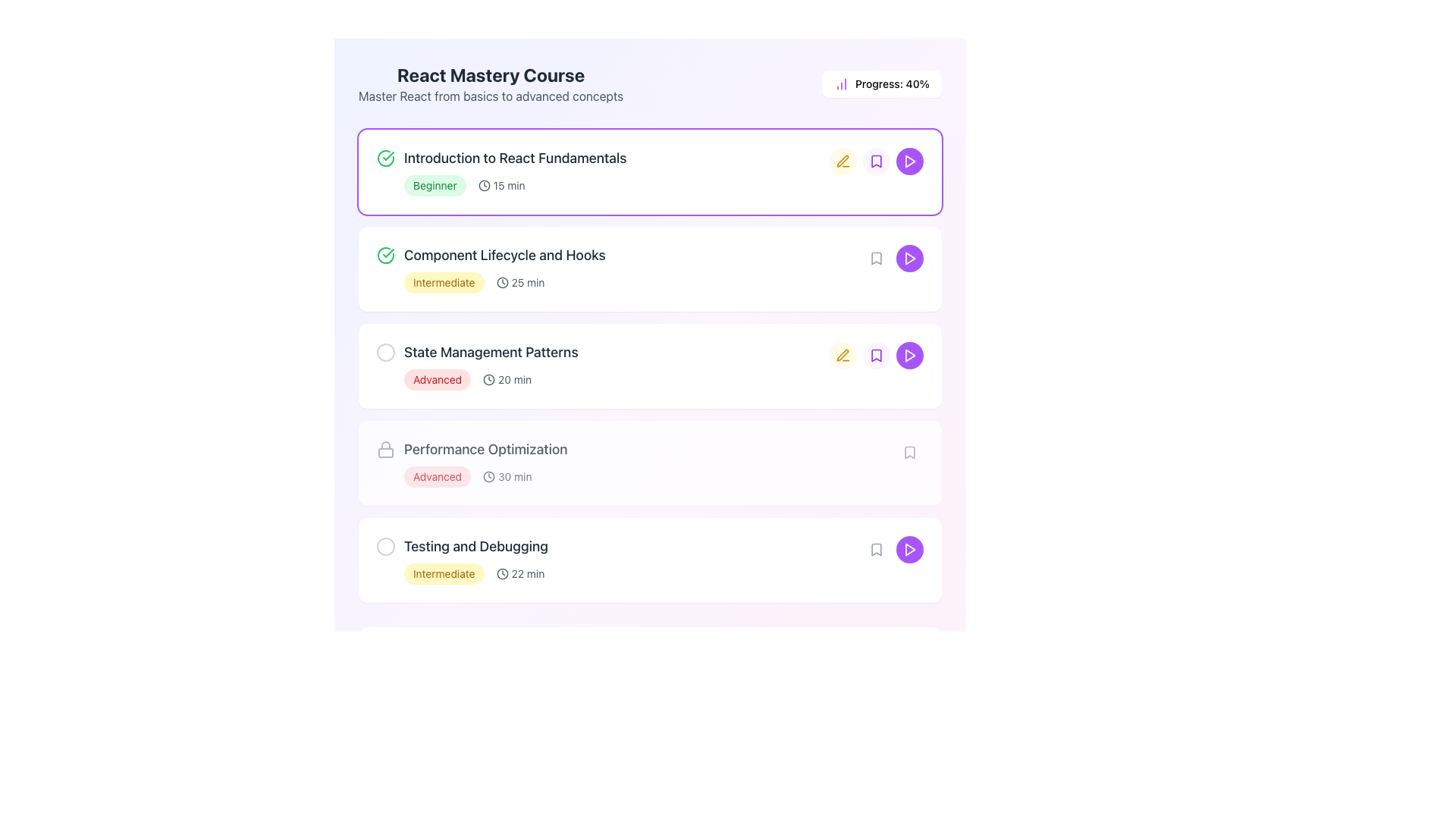 The height and width of the screenshot is (819, 1456). What do you see at coordinates (502, 283) in the screenshot?
I see `the clock icon representing the duration of the 'Component Lifecycle and Hooks' course item, located to the left of the '25 min' text` at bounding box center [502, 283].